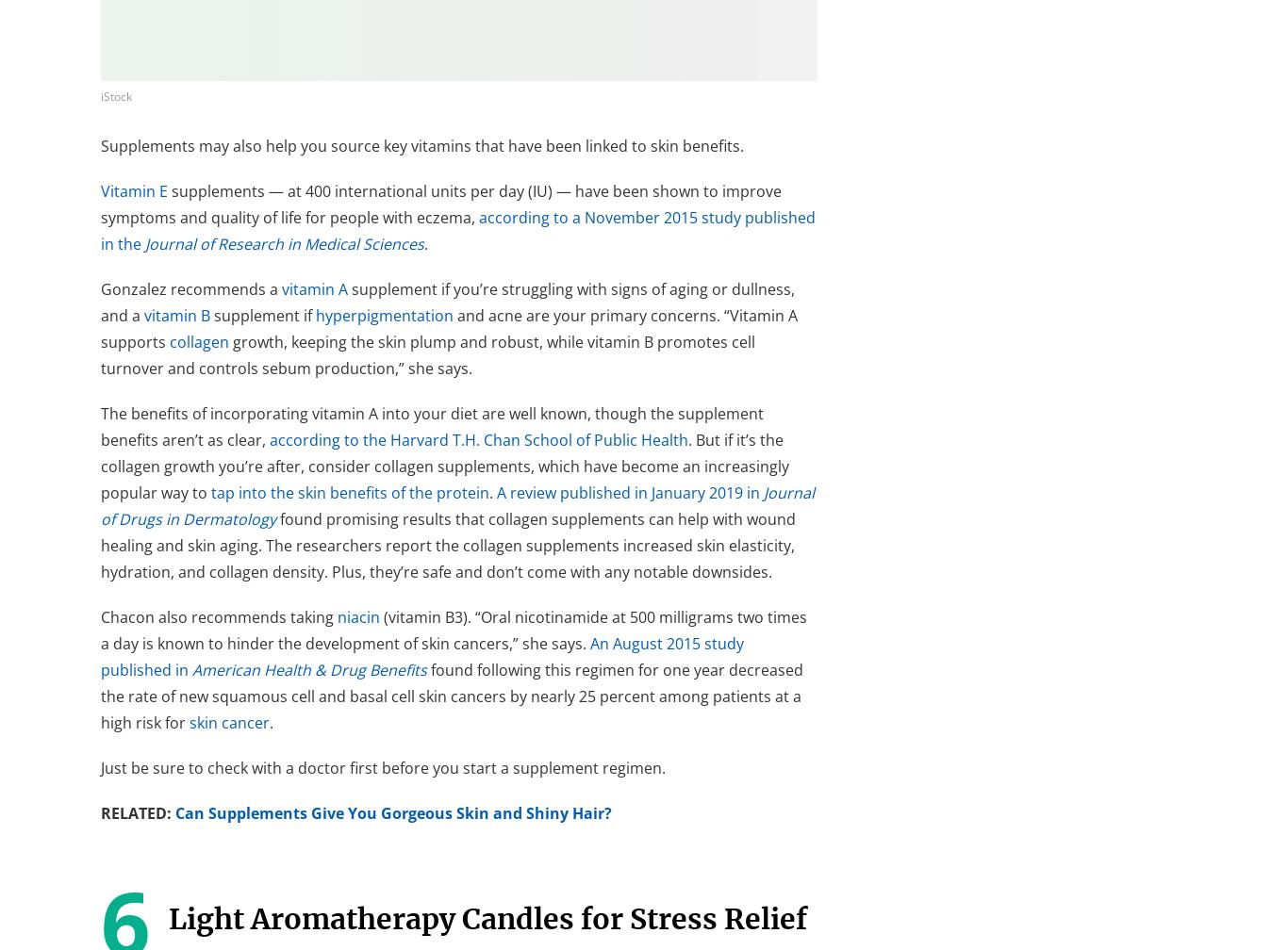 Image resolution: width=1288 pixels, height=950 pixels. Describe the element at coordinates (629, 492) in the screenshot. I see `'A review published in January 2019 in'` at that location.